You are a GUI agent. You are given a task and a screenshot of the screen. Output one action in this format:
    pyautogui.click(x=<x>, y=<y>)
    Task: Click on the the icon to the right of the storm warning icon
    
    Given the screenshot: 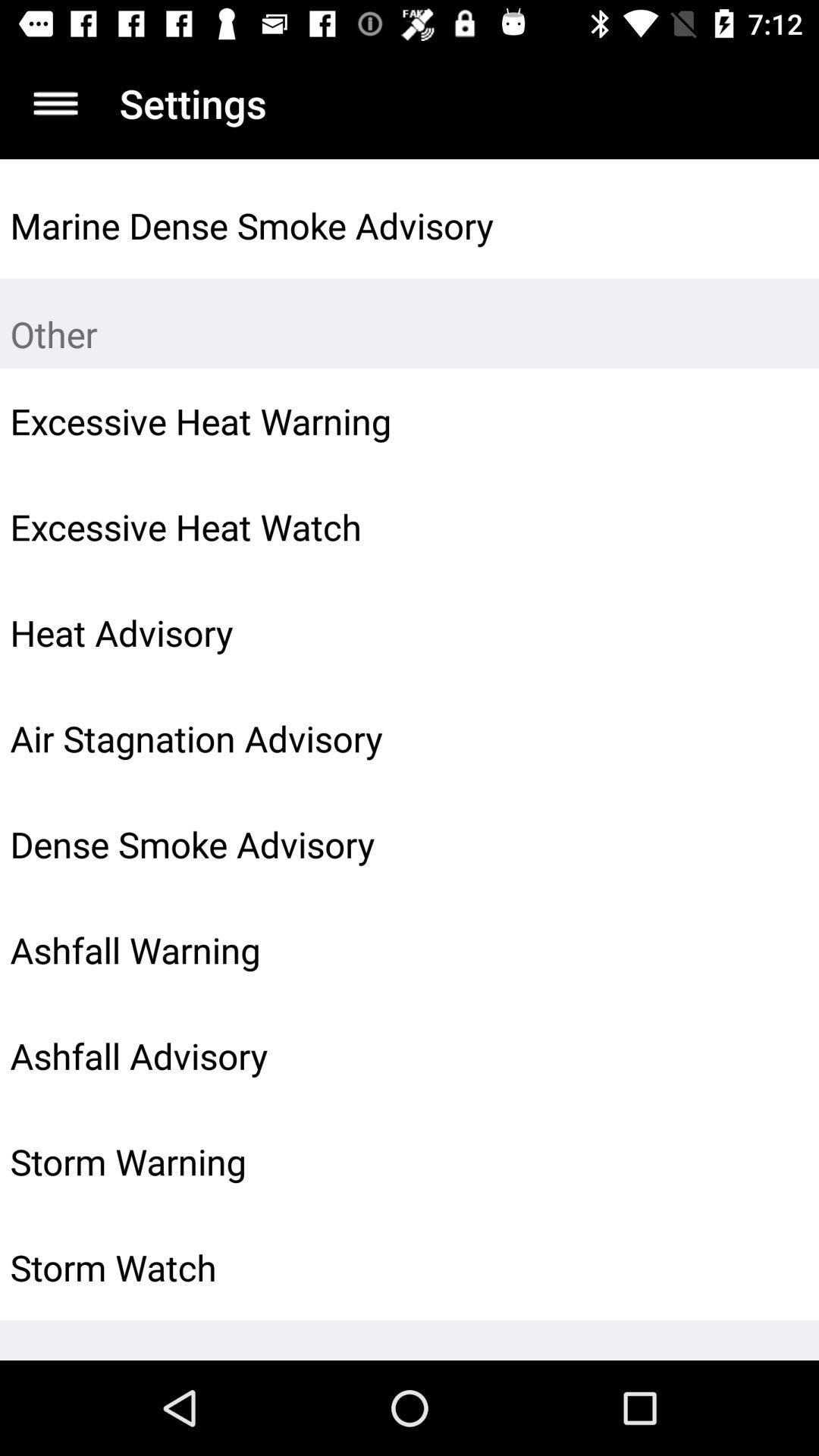 What is the action you would take?
    pyautogui.click(x=771, y=1161)
    